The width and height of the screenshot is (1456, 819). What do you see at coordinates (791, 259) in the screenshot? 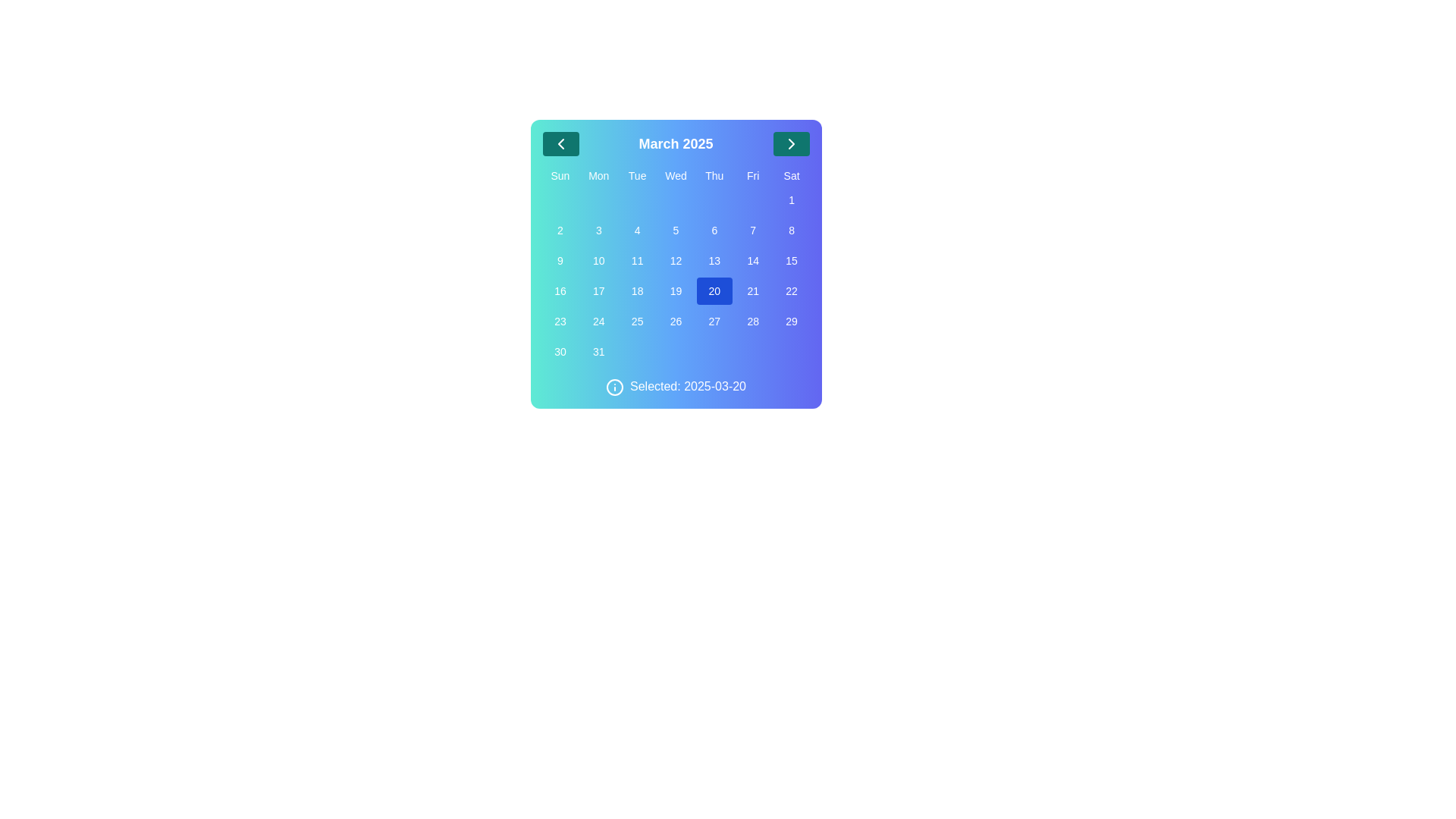
I see `the button labeled '15' in the last position of the third row of the calendar grid` at bounding box center [791, 259].